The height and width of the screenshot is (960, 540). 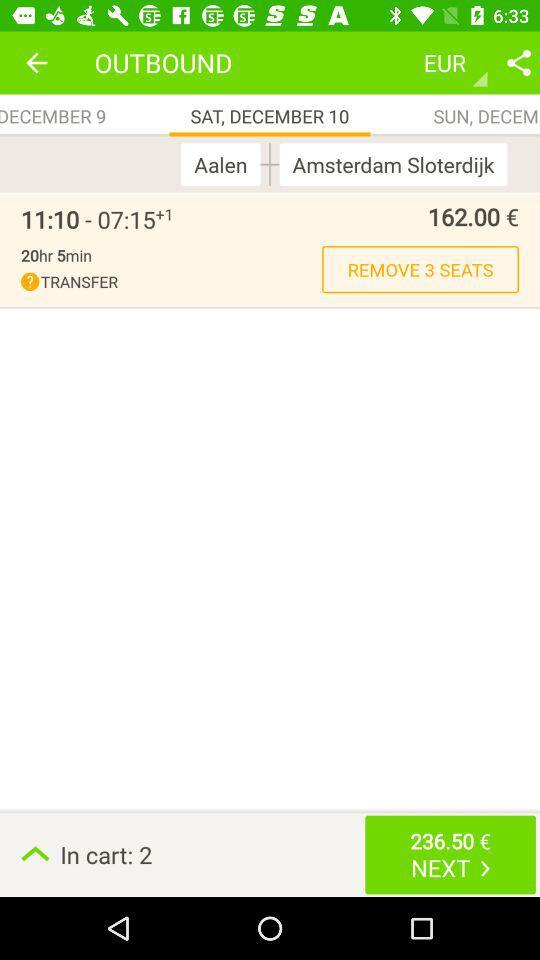 I want to click on item to the right of +1 item, so click(x=345, y=216).